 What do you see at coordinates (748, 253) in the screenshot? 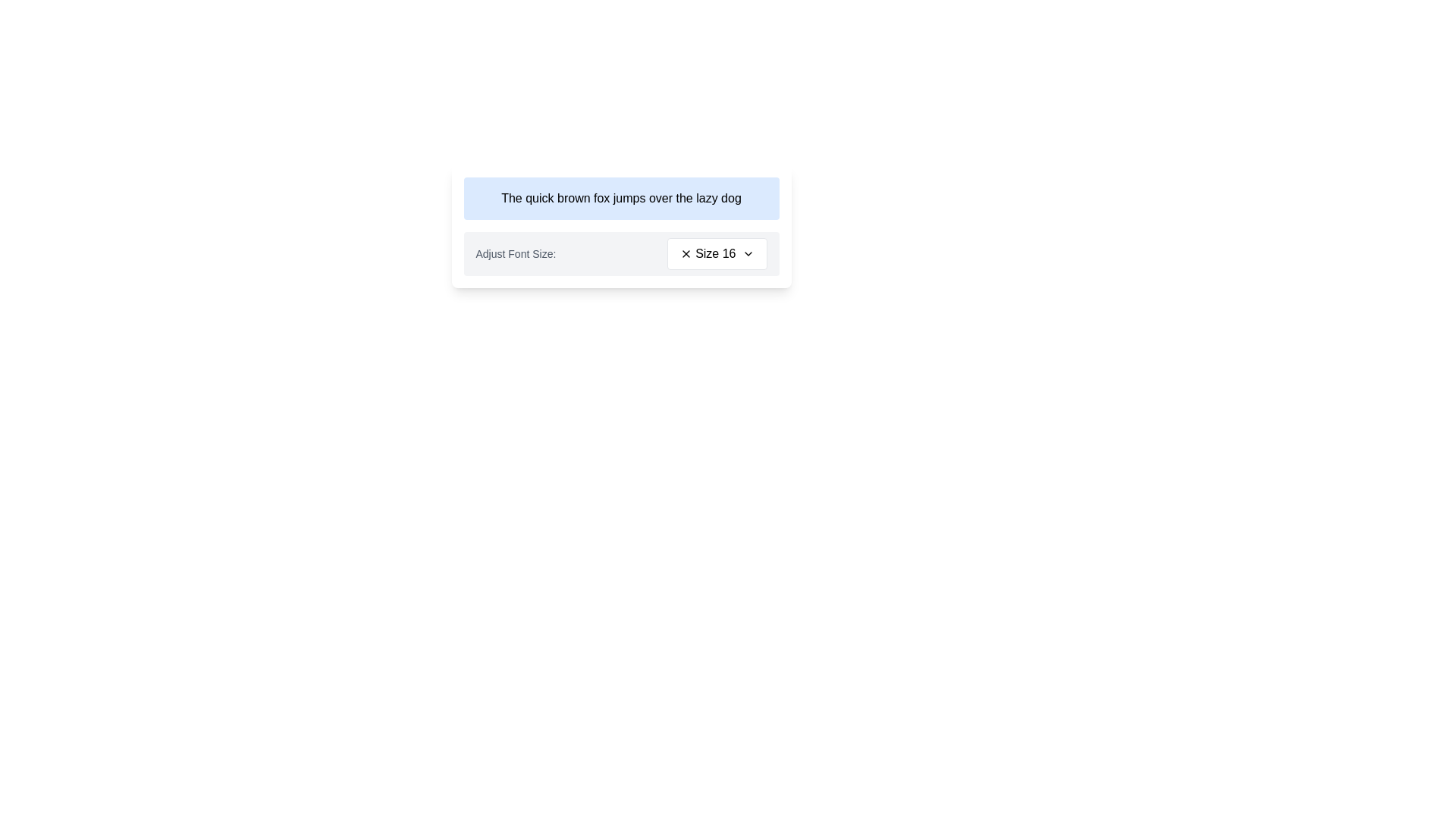
I see `the chevron icon located at the rightmost position of the 'Size 16' control element` at bounding box center [748, 253].